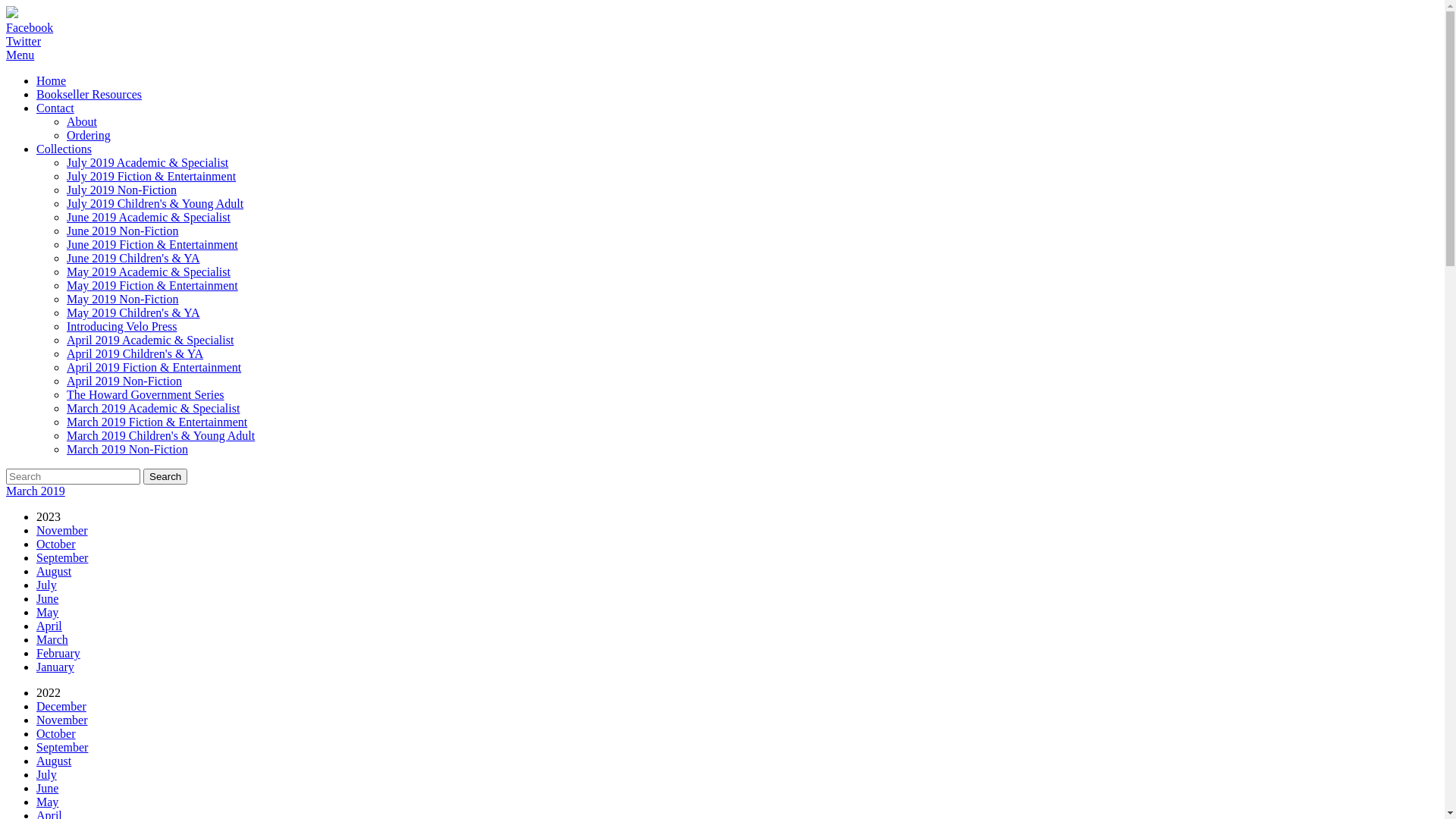 The image size is (1456, 819). Describe the element at coordinates (123, 231) in the screenshot. I see `'June 2019 Non-Fiction'` at that location.